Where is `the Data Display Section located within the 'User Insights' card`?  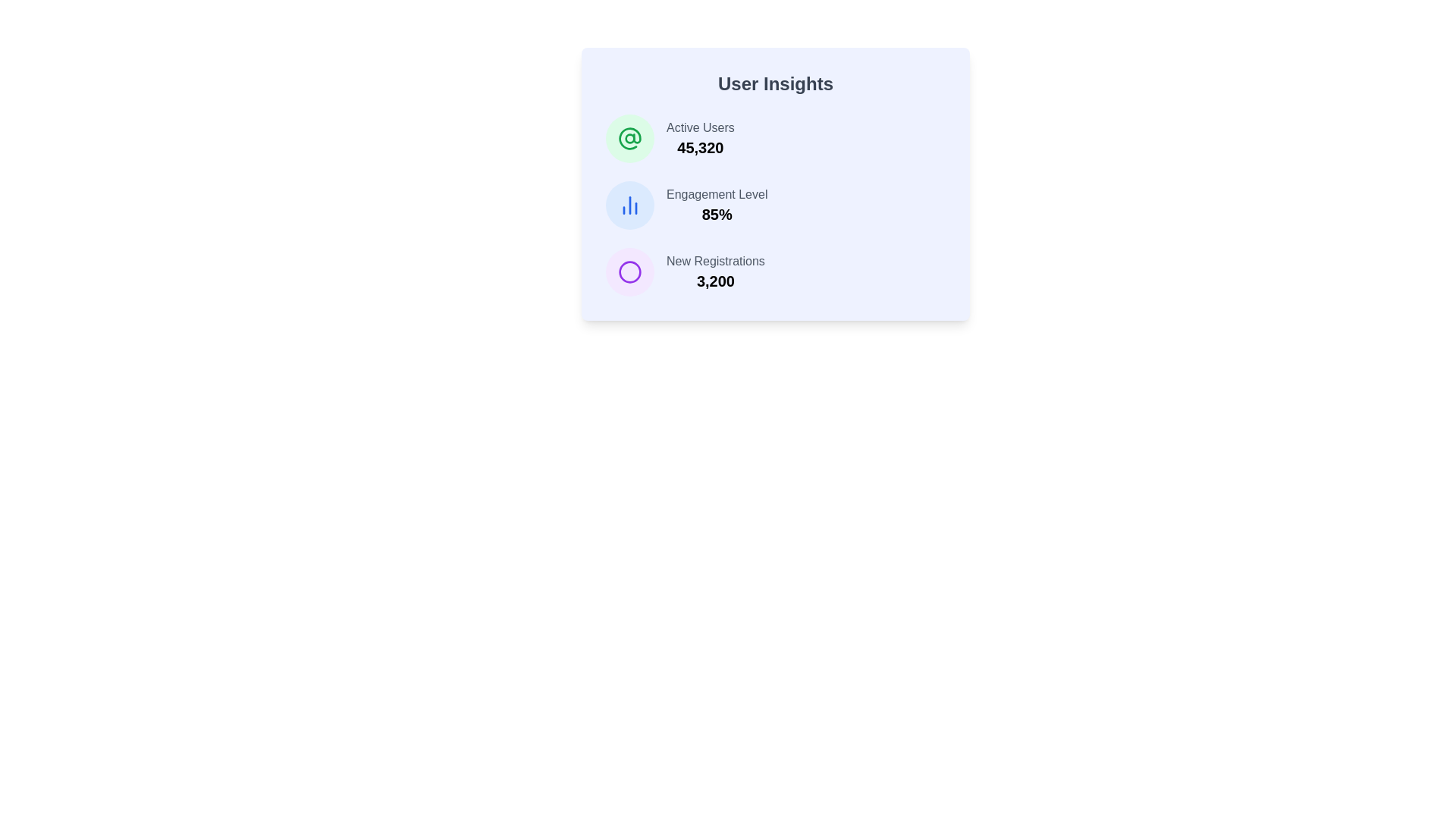 the Data Display Section located within the 'User Insights' card is located at coordinates (775, 205).